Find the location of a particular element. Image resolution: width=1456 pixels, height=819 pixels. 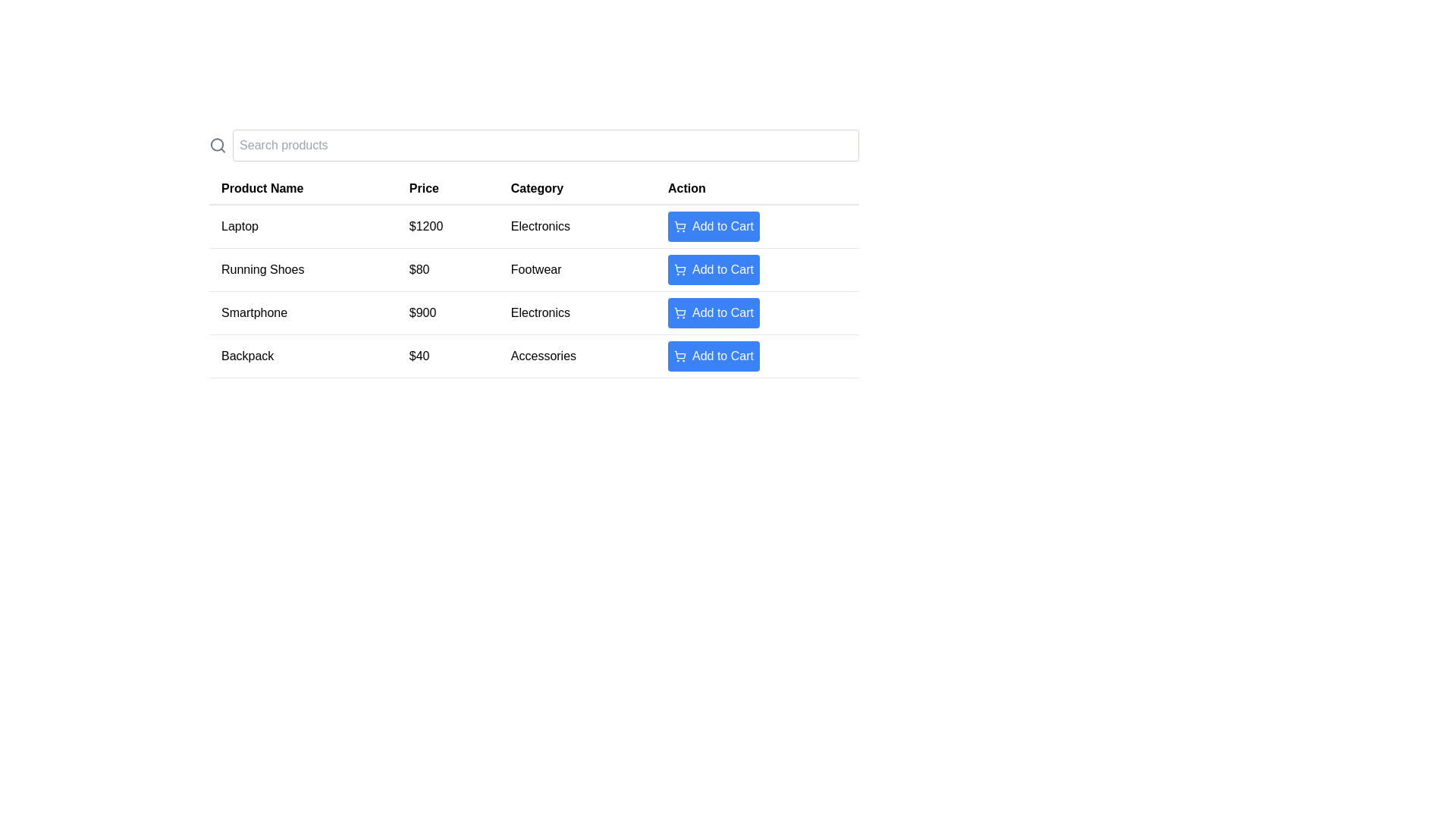

the text label identifying the product 'Running Shoes' located in the first cell of the second row under the 'Product Name' column is located at coordinates (303, 268).